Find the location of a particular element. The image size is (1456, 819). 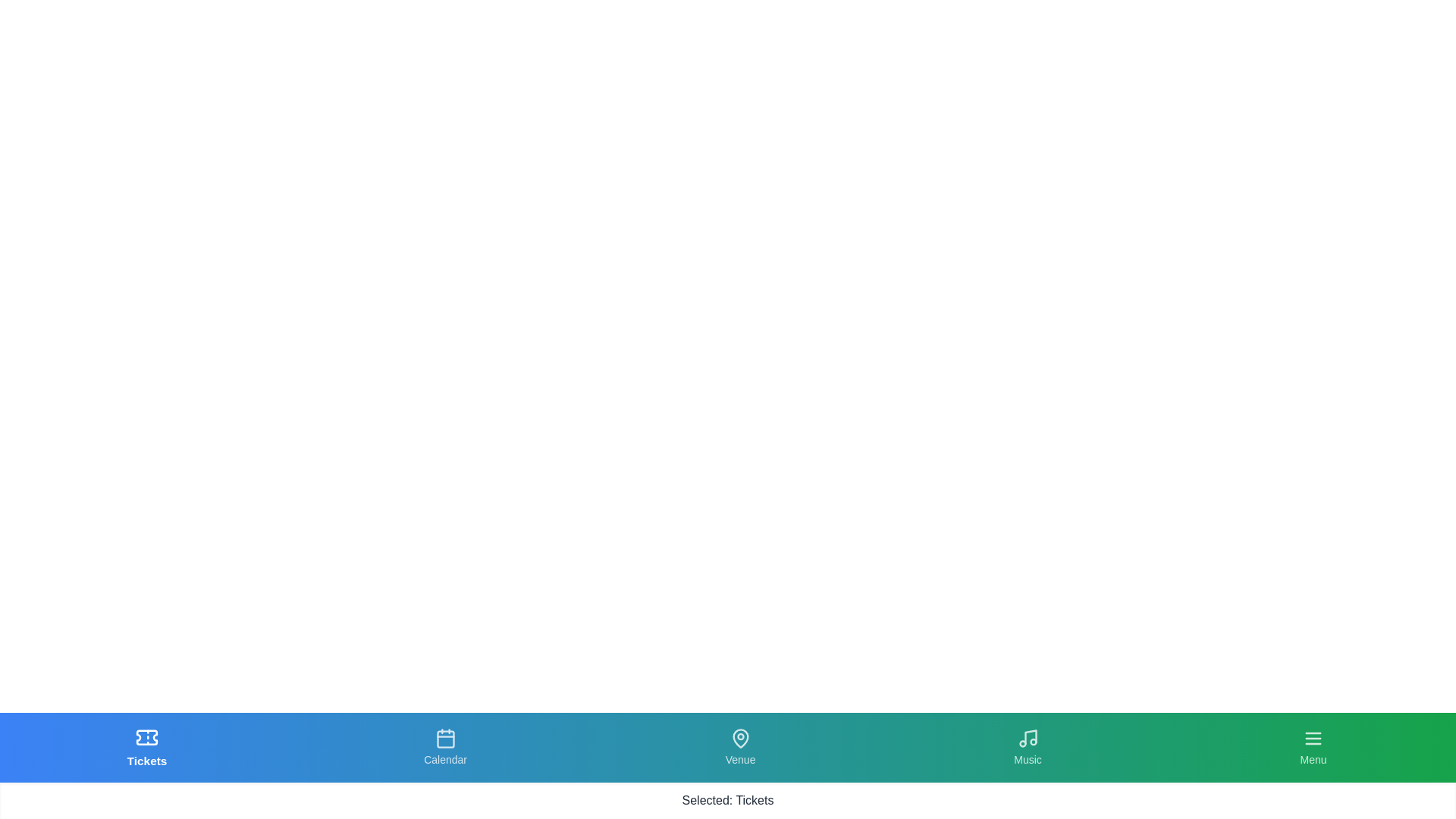

the tab labeled Calendar to observe its hover effect is located at coordinates (444, 747).